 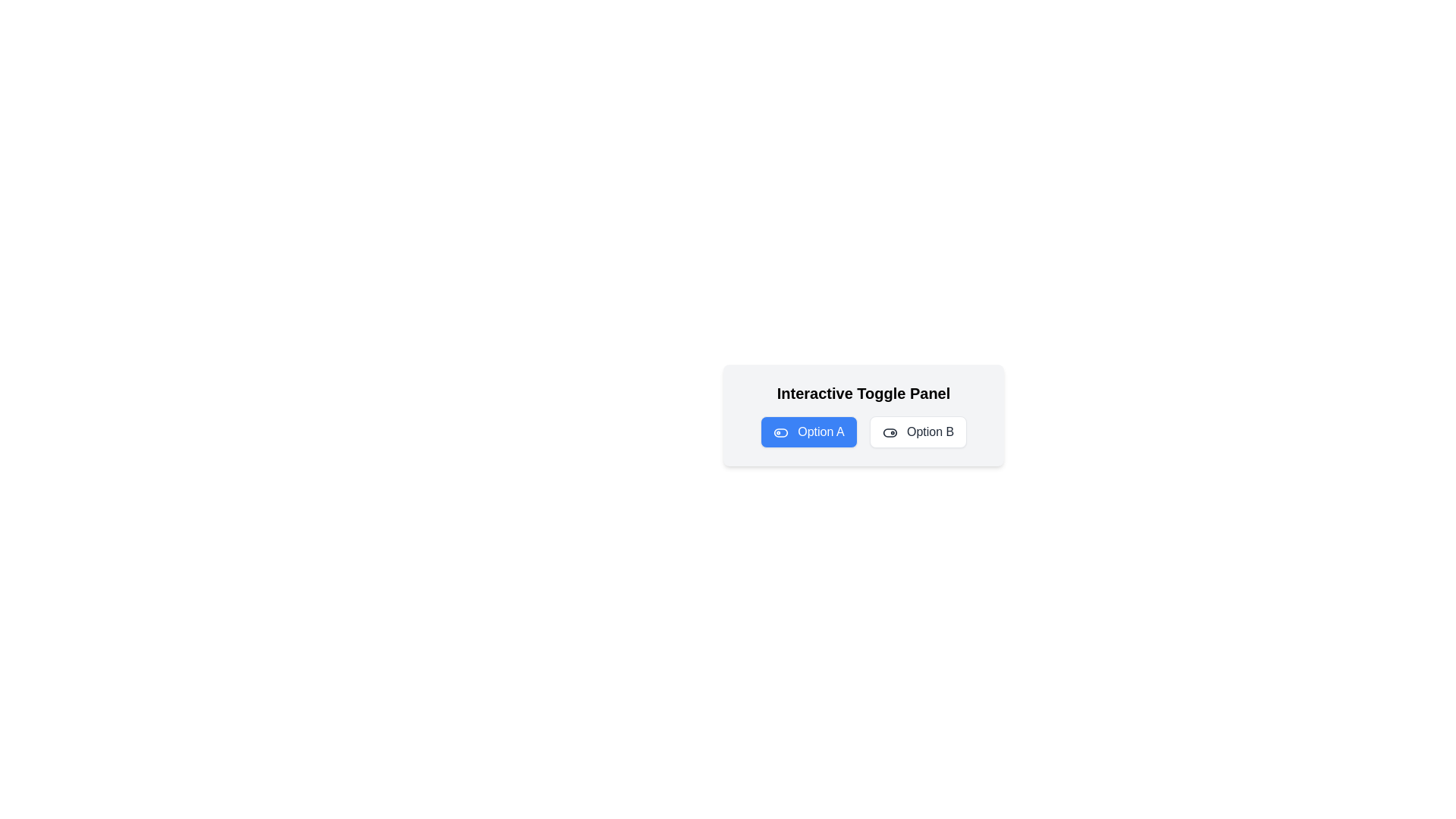 I want to click on the Rounded Rectangle element that visually represents the toggle's background, located within the panel containing toggle options 'Option A' and 'Option B', specifically positioned to the left of Option A, so click(x=780, y=432).